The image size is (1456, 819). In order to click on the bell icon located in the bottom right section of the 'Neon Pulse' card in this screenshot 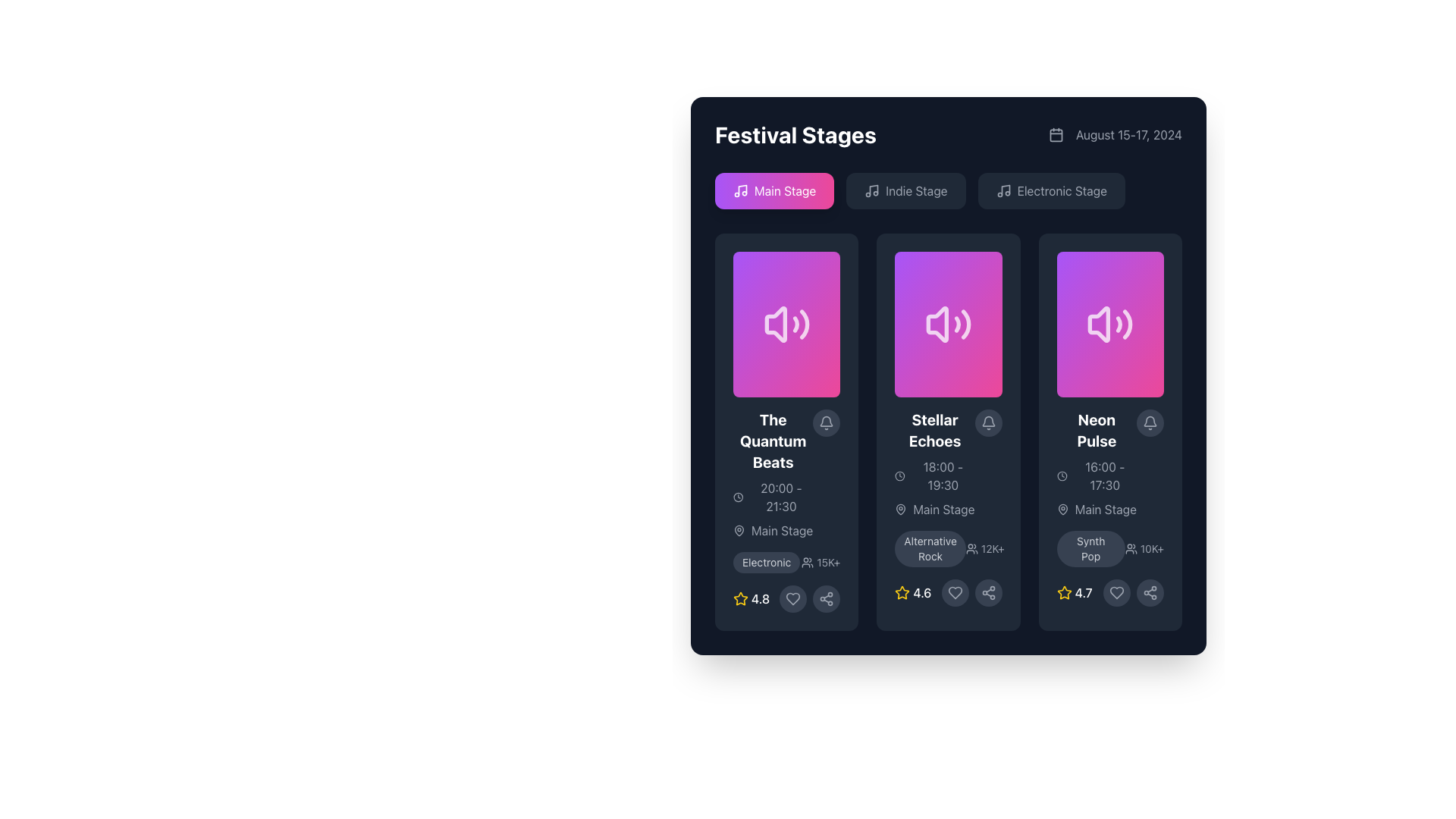, I will do `click(1150, 423)`.